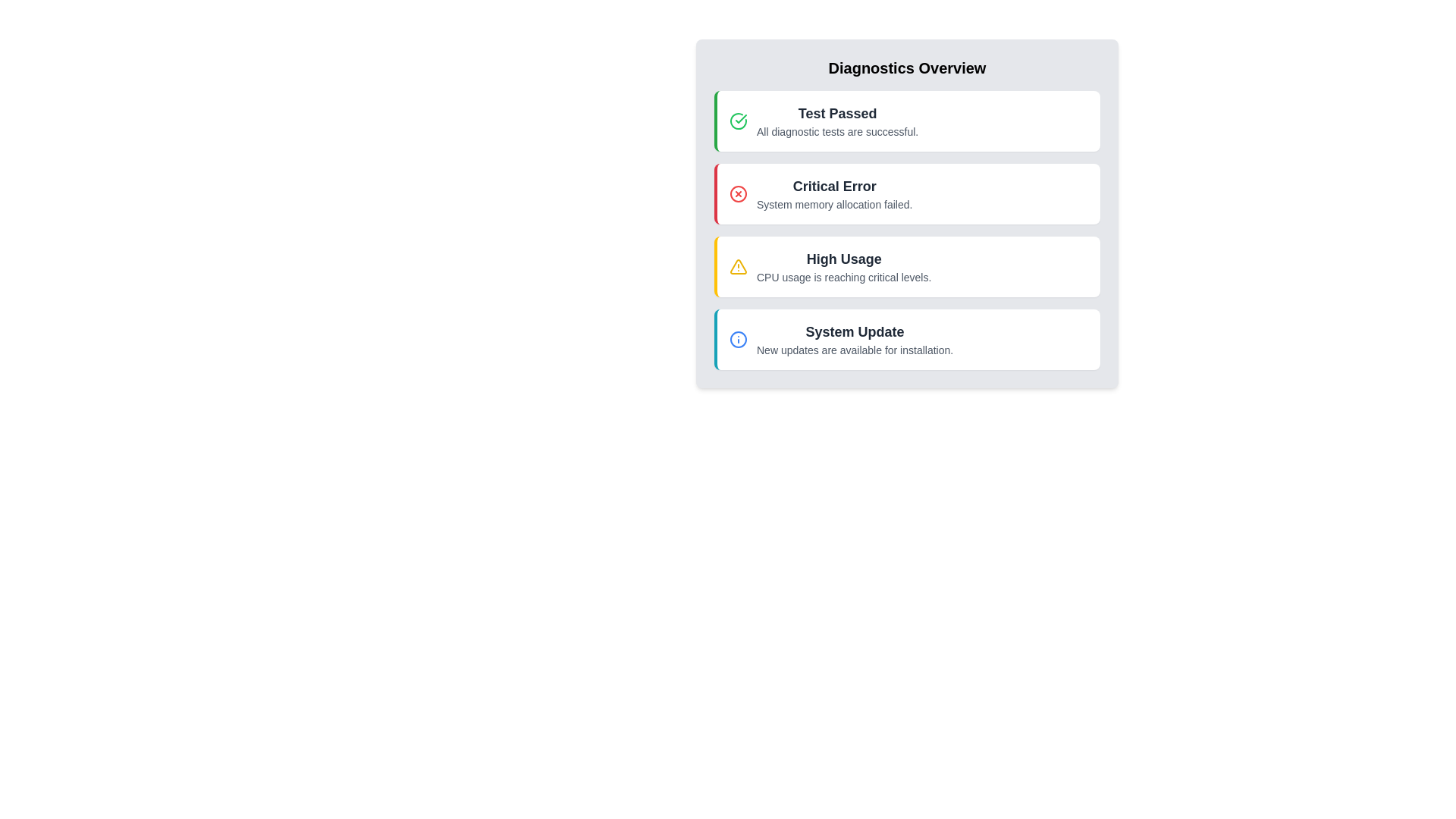 The height and width of the screenshot is (819, 1456). I want to click on the Text Label that serves as the title for the informational module about system updates, positioned centrally above the explanatory text 'New updates are available for installation.', so click(855, 331).